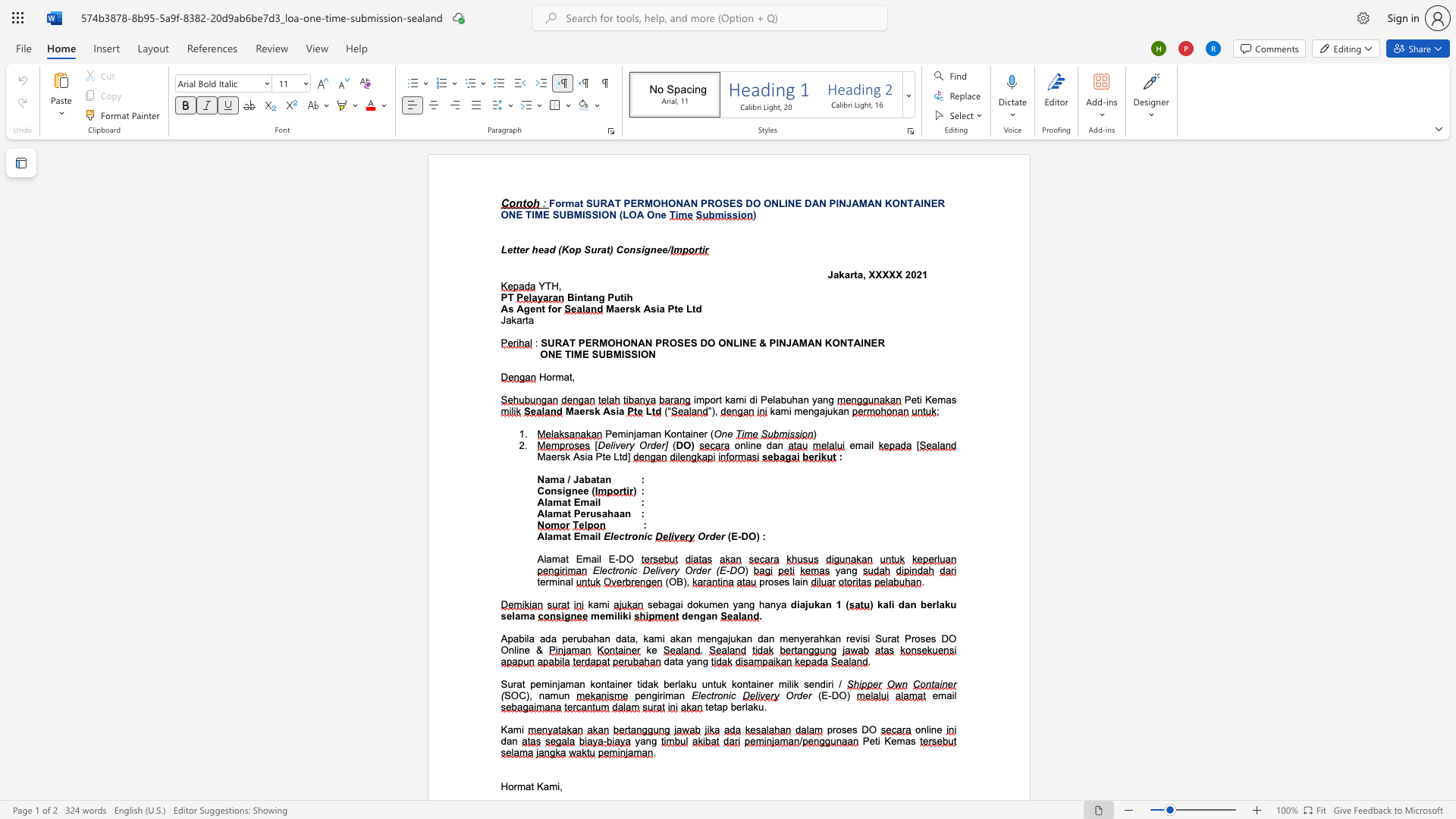 The image size is (1456, 819). What do you see at coordinates (745, 202) in the screenshot?
I see `the subset text "DO ONLINE DAN PINJ" within the text "SURAT PERMOHONAN PROSES DO ONLINE DAN PINJAMAN KONTAINER"` at bounding box center [745, 202].